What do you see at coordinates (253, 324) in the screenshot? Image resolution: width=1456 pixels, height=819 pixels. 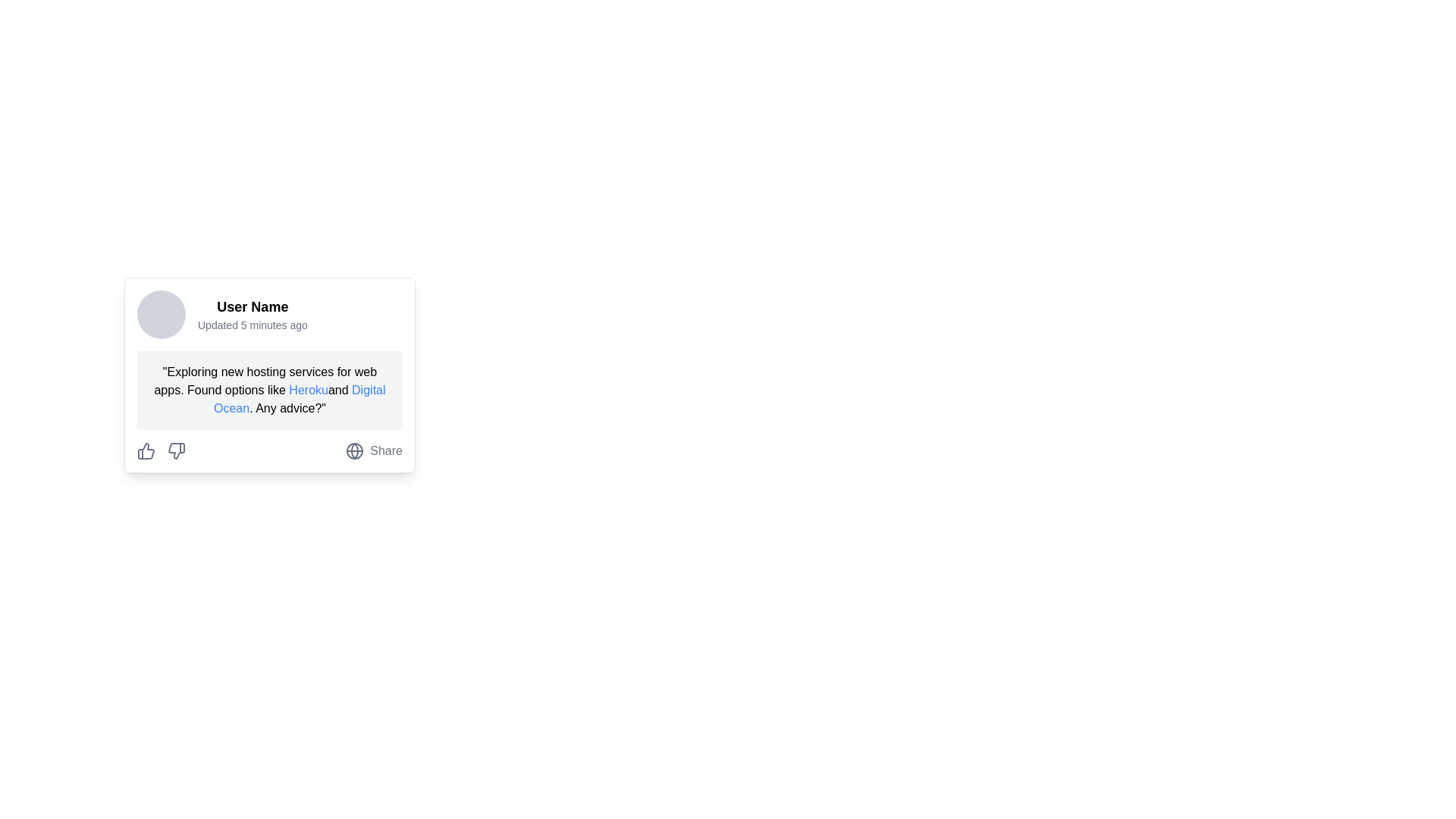 I see `the small, gray, italicized text label stating 'Updated 5 minutes ago' located directly underneath the 'User Name' text in the profile card` at bounding box center [253, 324].